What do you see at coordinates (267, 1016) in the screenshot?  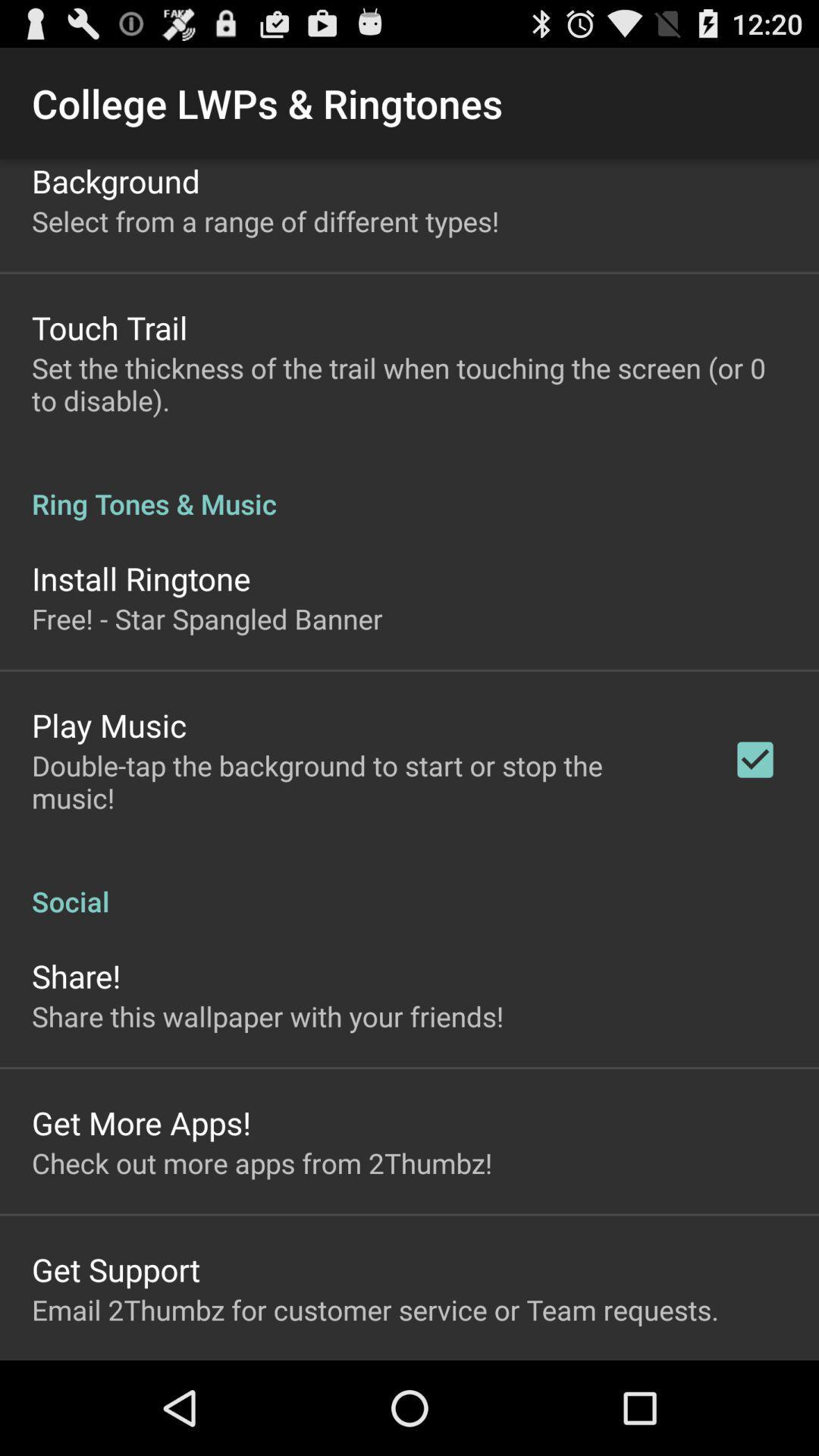 I see `icon below share! app` at bounding box center [267, 1016].